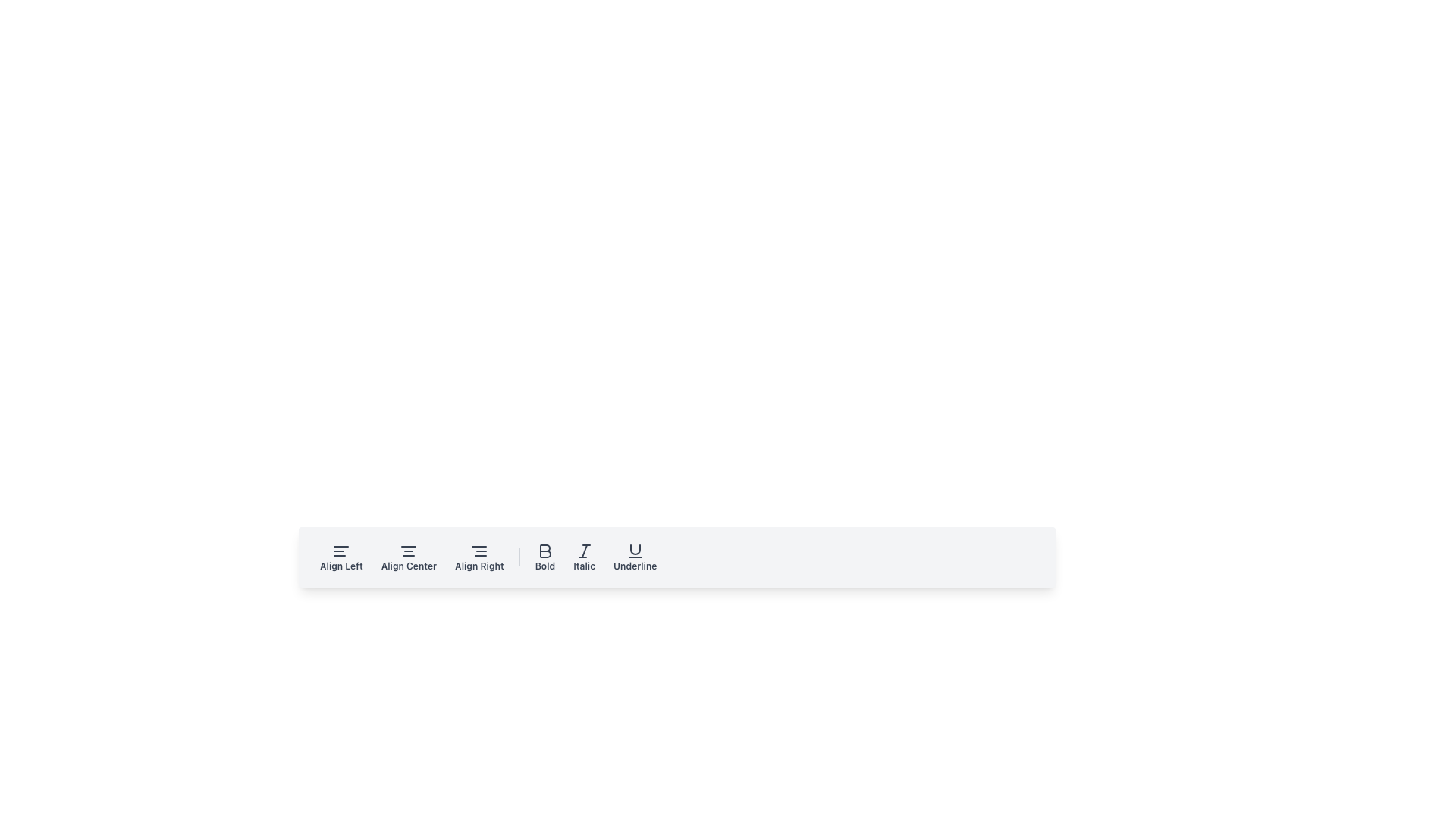  What do you see at coordinates (479, 566) in the screenshot?
I see `the right alignment option label located within the horizontal toolbar at the bottom of the layout, situated between the 'Align Center' button and the 'Bold' button, to apply right alignment to the selected text or object` at bounding box center [479, 566].